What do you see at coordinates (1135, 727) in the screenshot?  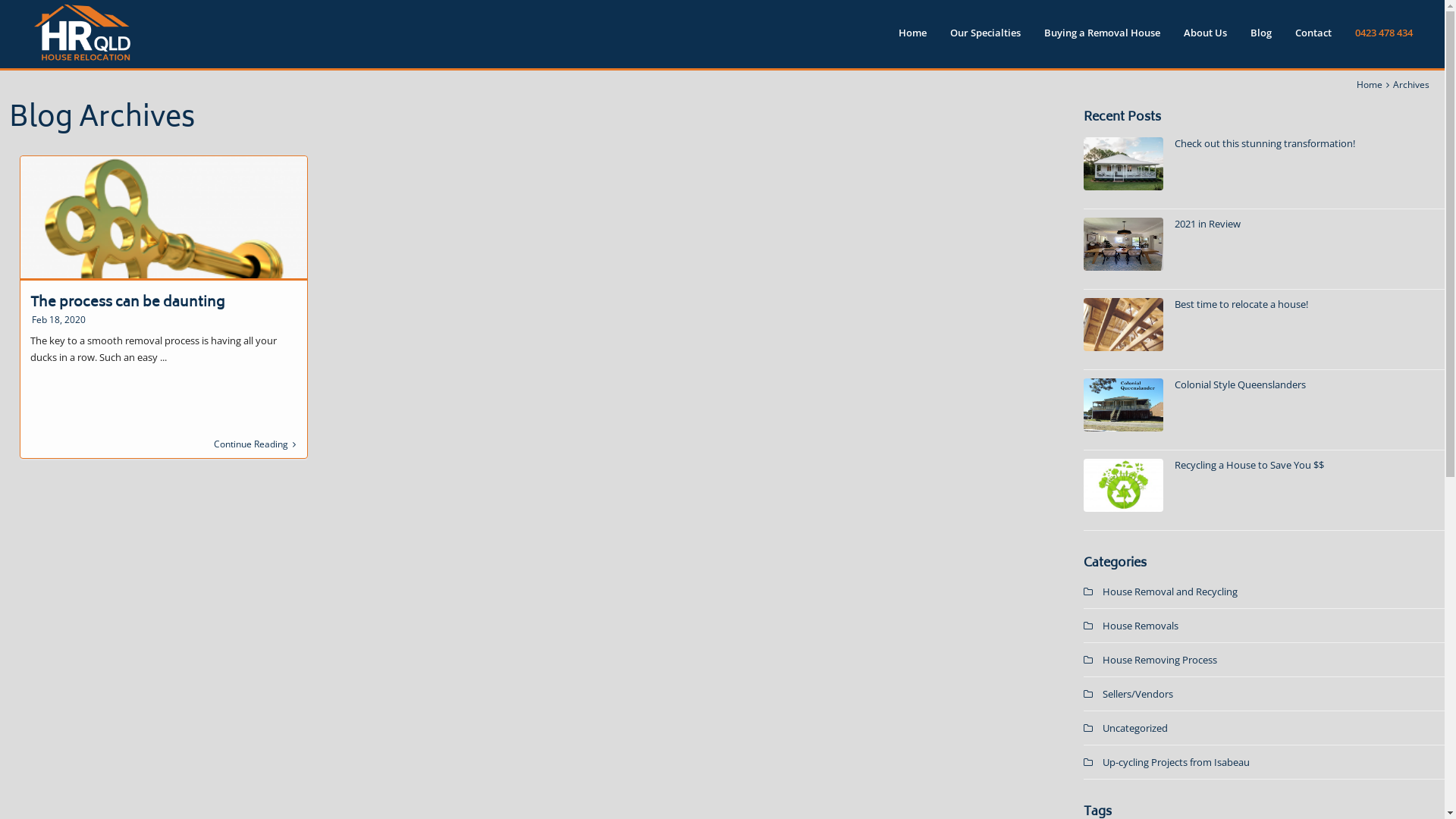 I see `'Uncategorized'` at bounding box center [1135, 727].